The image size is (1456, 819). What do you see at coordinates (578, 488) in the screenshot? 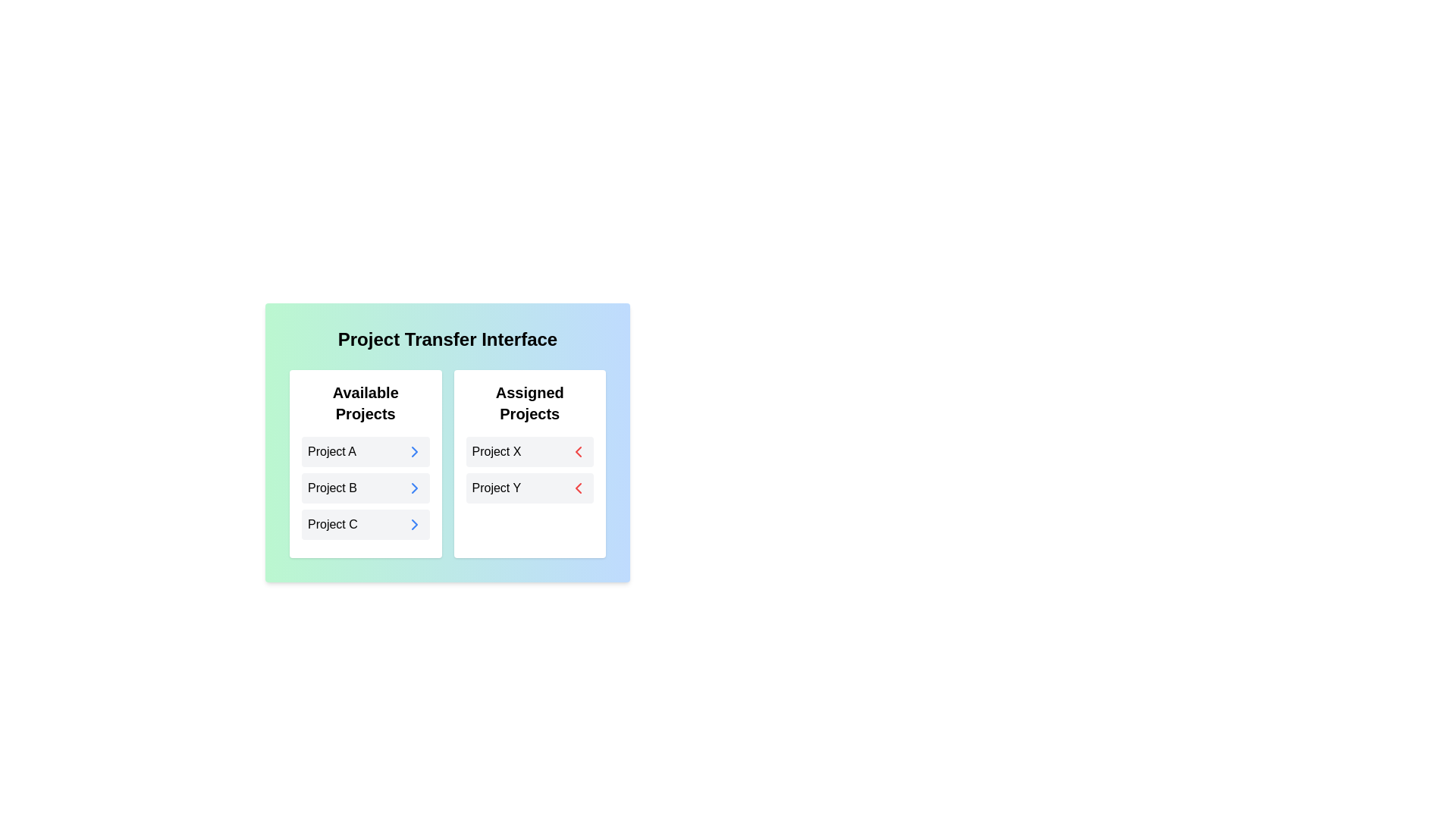
I see `the leftward chevron arrow icon adjacent to 'Project X' in the 'Assigned Projects' column` at bounding box center [578, 488].